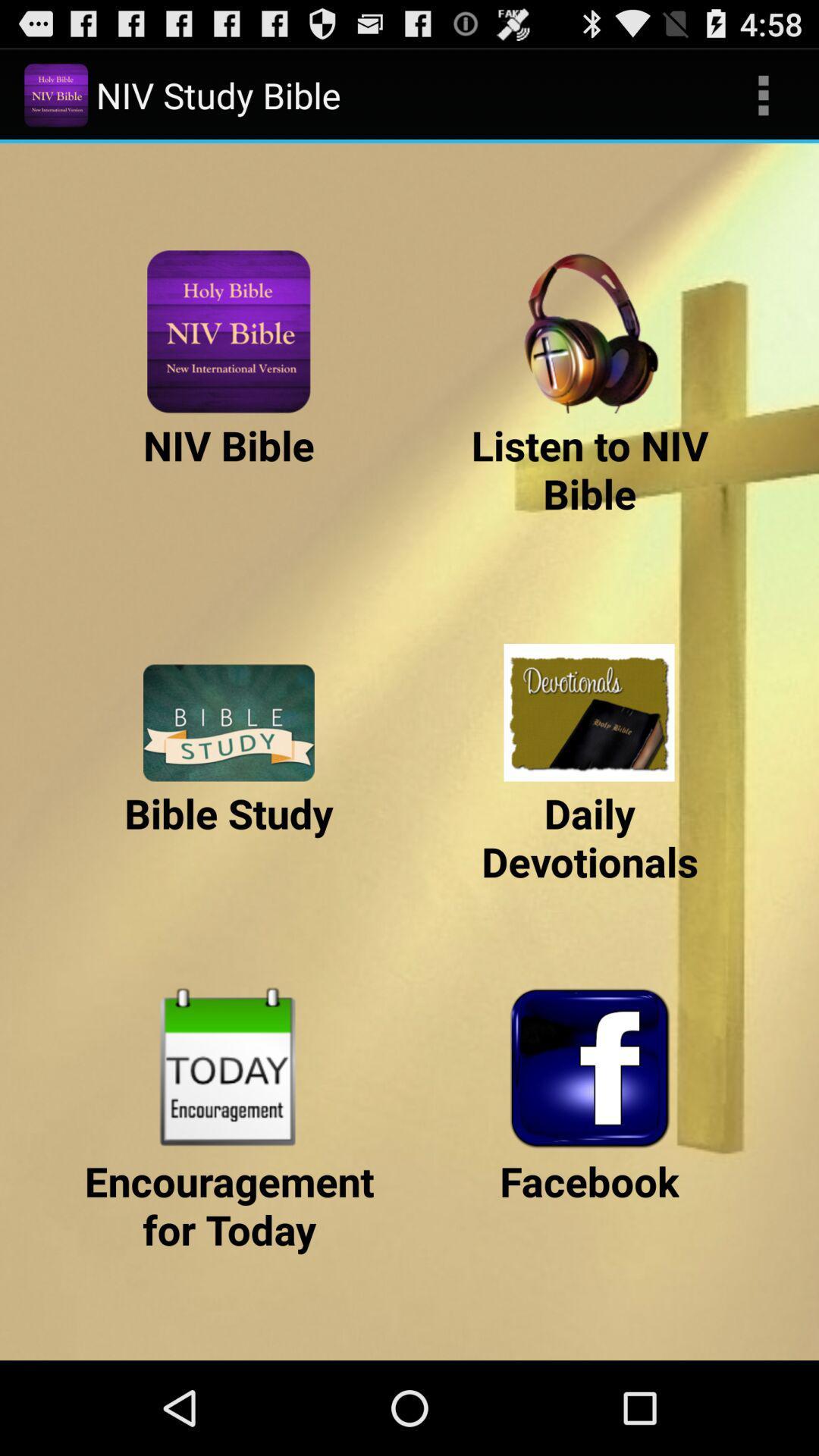  I want to click on the icon next to niv study bible app, so click(763, 94).